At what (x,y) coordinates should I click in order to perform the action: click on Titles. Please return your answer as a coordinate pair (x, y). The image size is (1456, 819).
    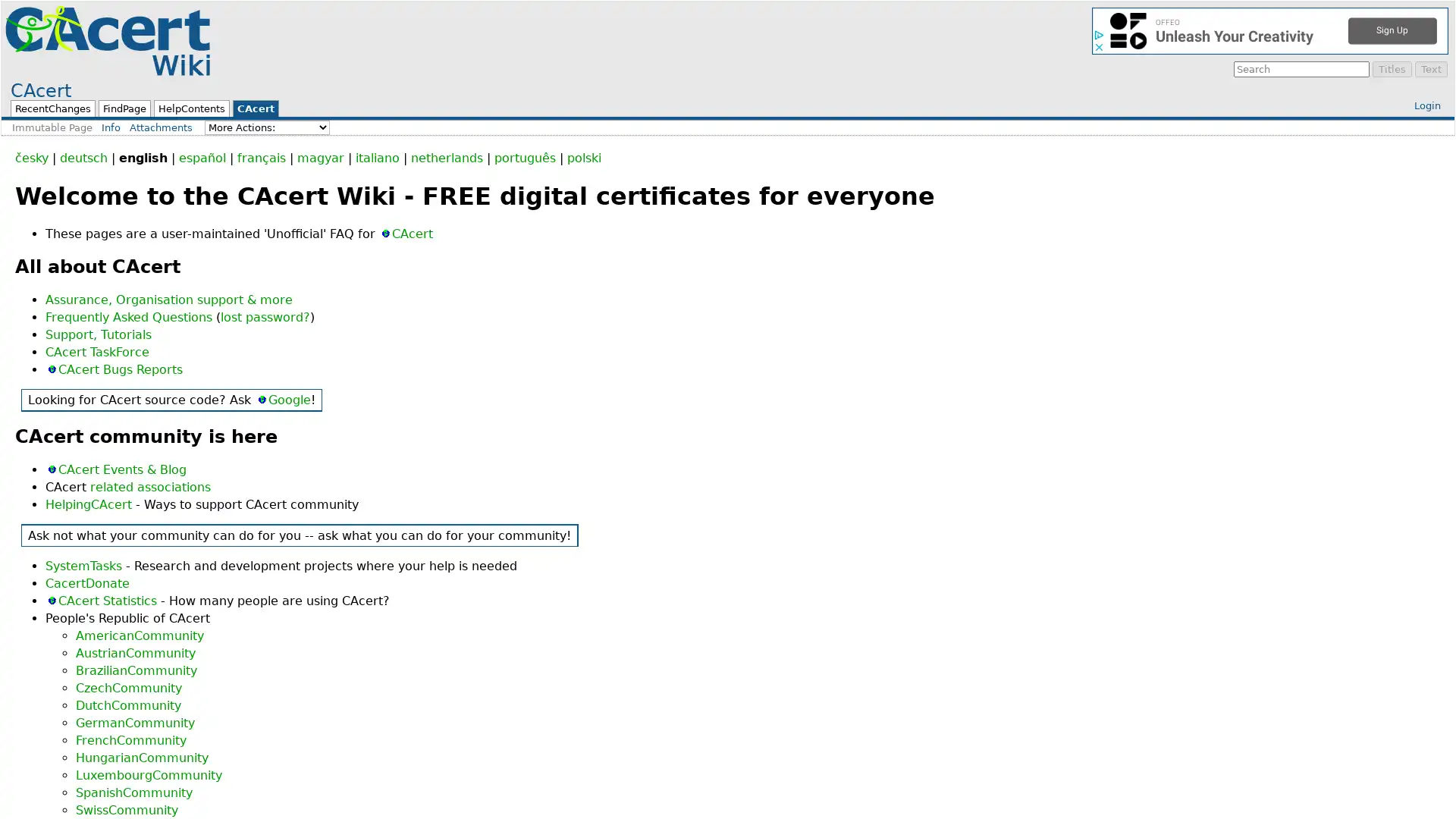
    Looking at the image, I should click on (1392, 69).